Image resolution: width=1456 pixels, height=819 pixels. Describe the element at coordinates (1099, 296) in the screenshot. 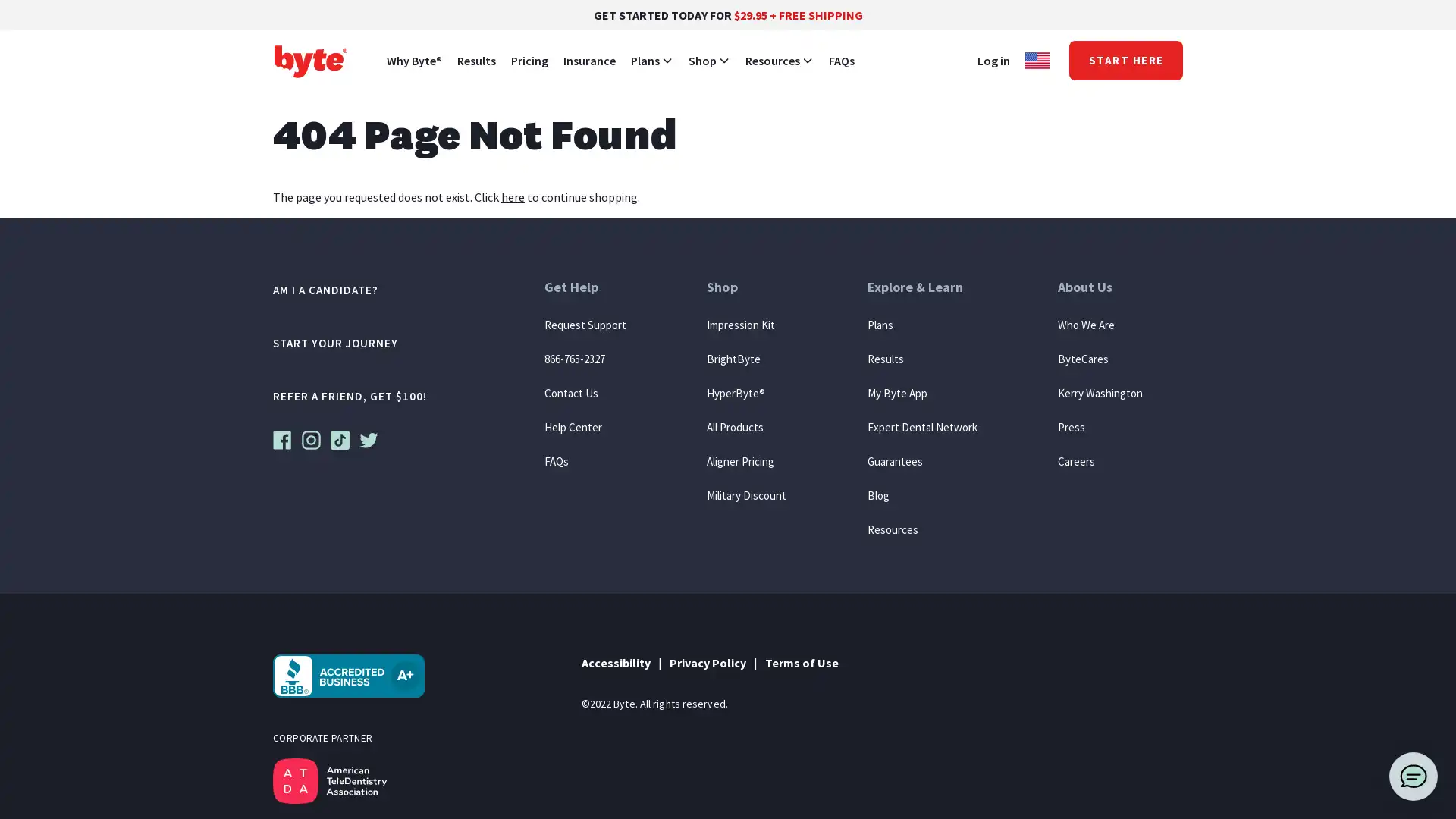

I see `About Us` at that location.